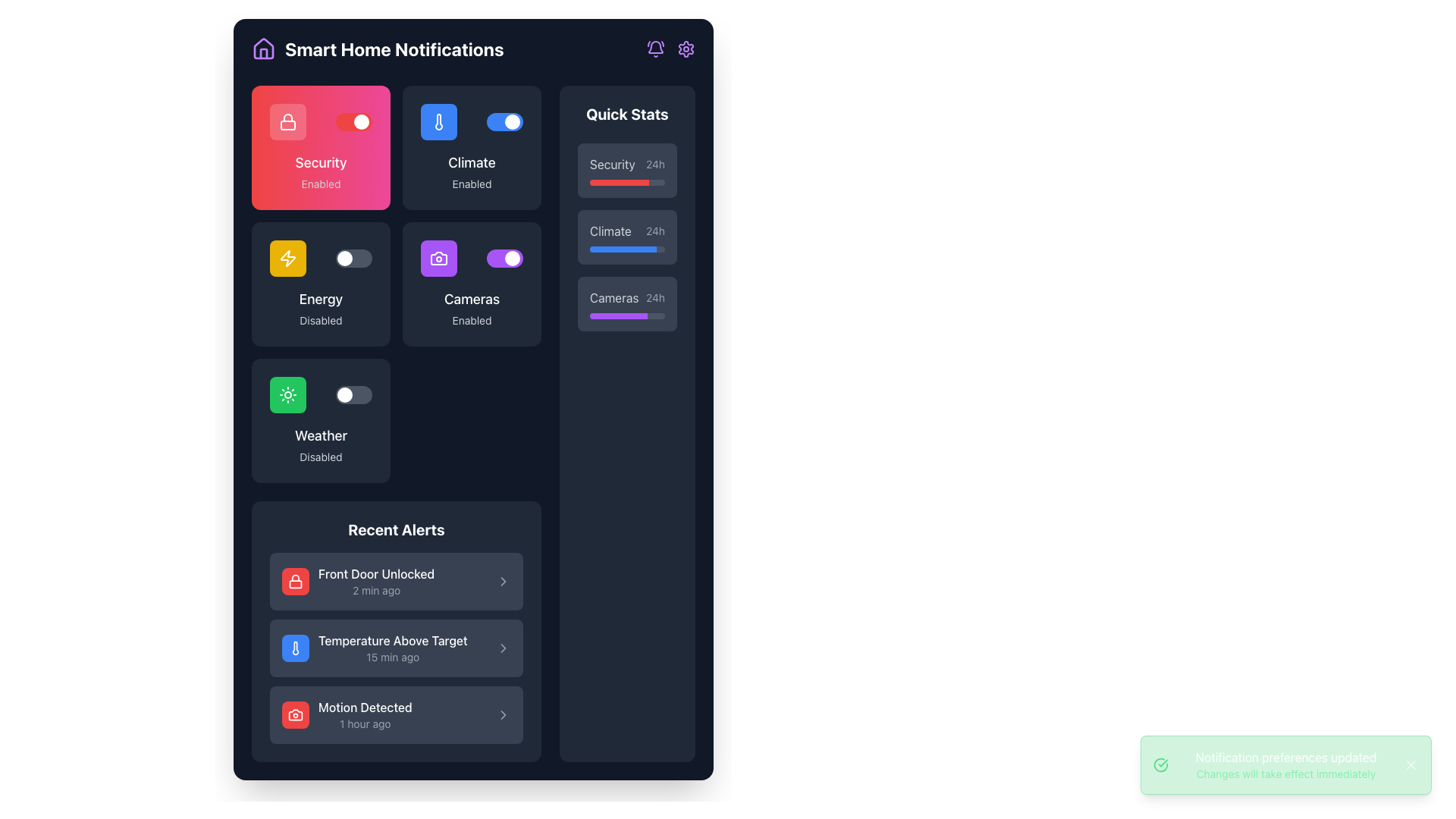 The width and height of the screenshot is (1456, 819). I want to click on the purple bell icon in the upper right corner of the interface, so click(655, 49).